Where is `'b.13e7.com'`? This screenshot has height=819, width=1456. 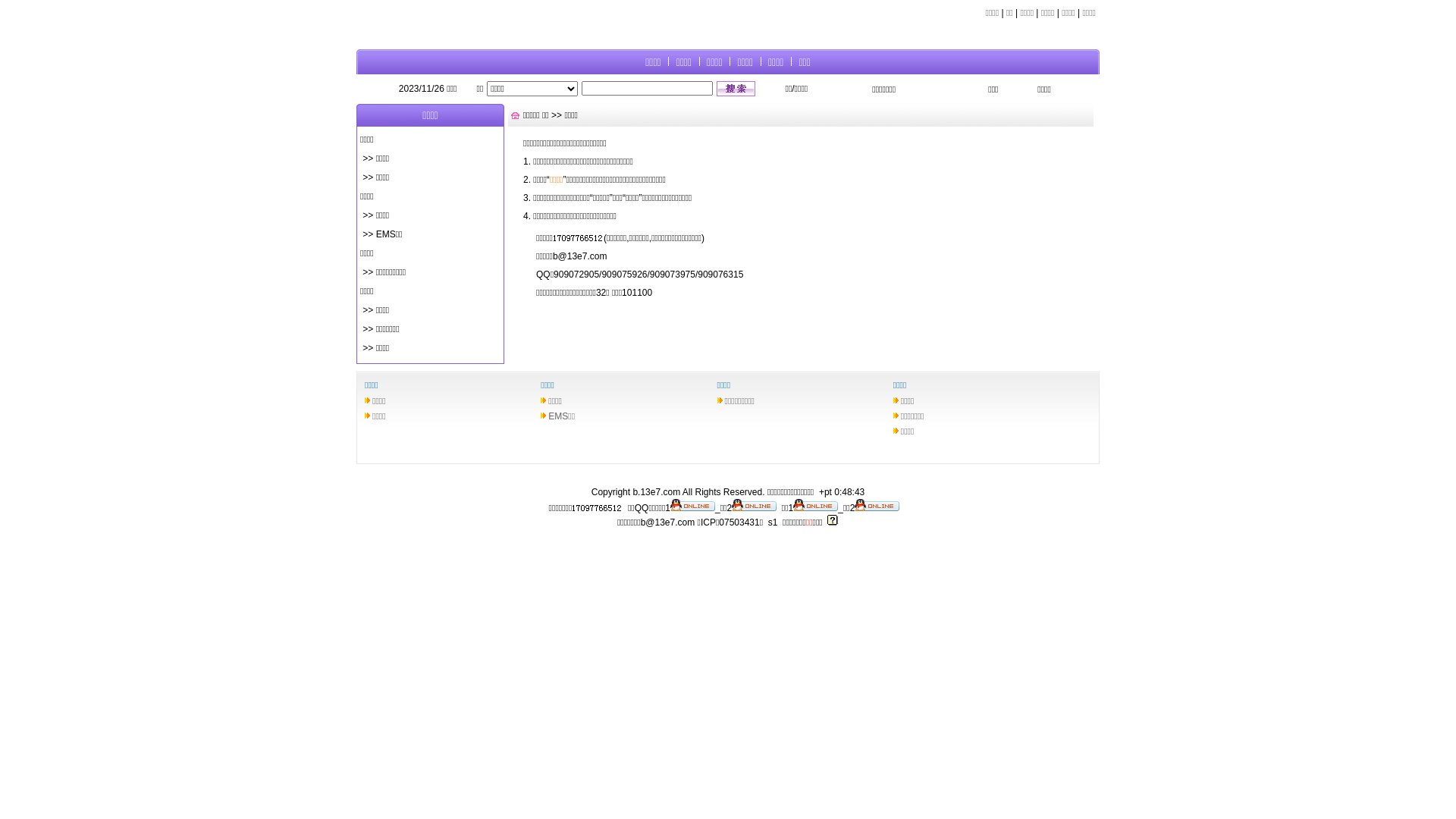 'b.13e7.com' is located at coordinates (656, 491).